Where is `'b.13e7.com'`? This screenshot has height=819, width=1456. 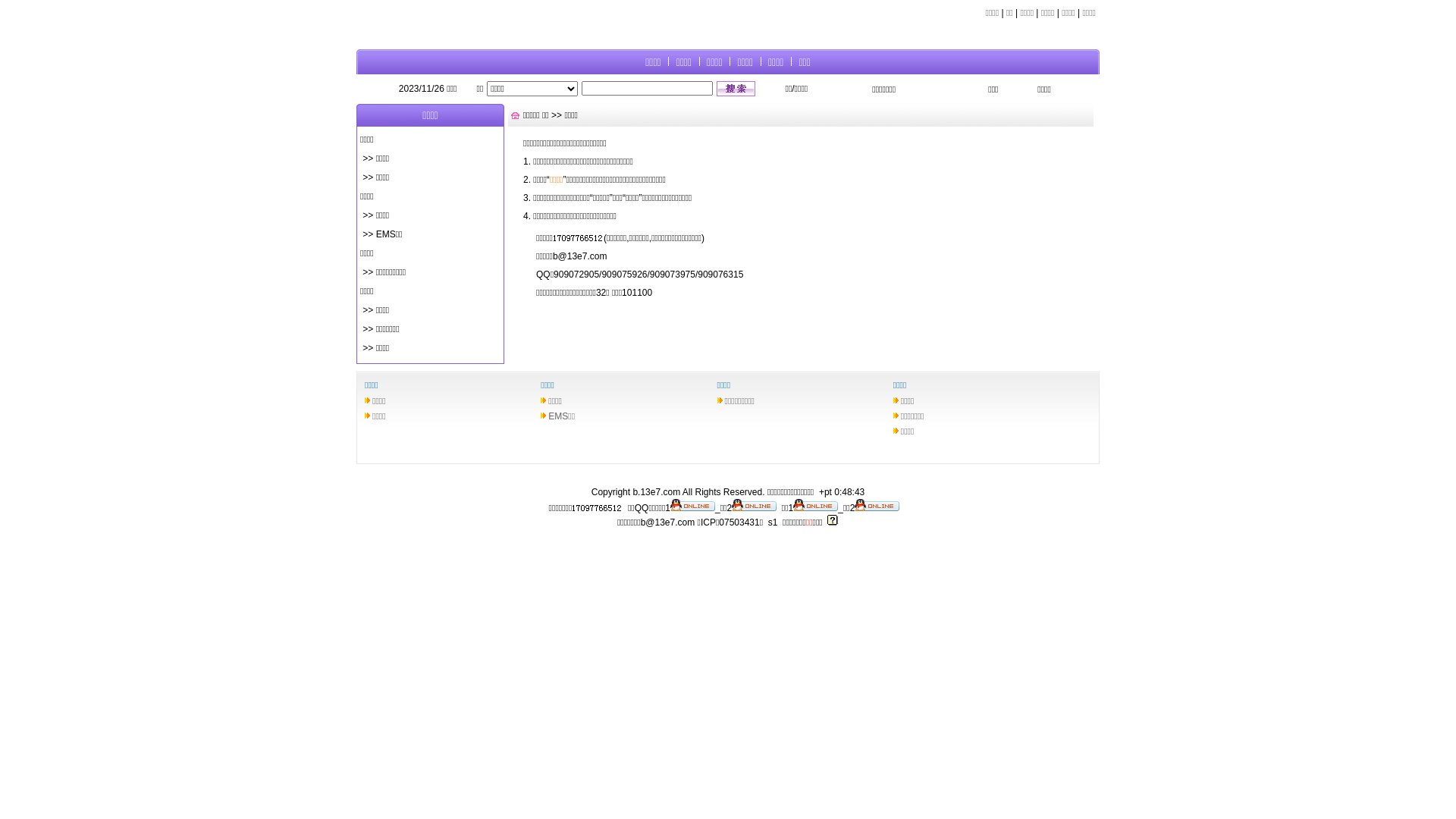 'b.13e7.com' is located at coordinates (656, 491).